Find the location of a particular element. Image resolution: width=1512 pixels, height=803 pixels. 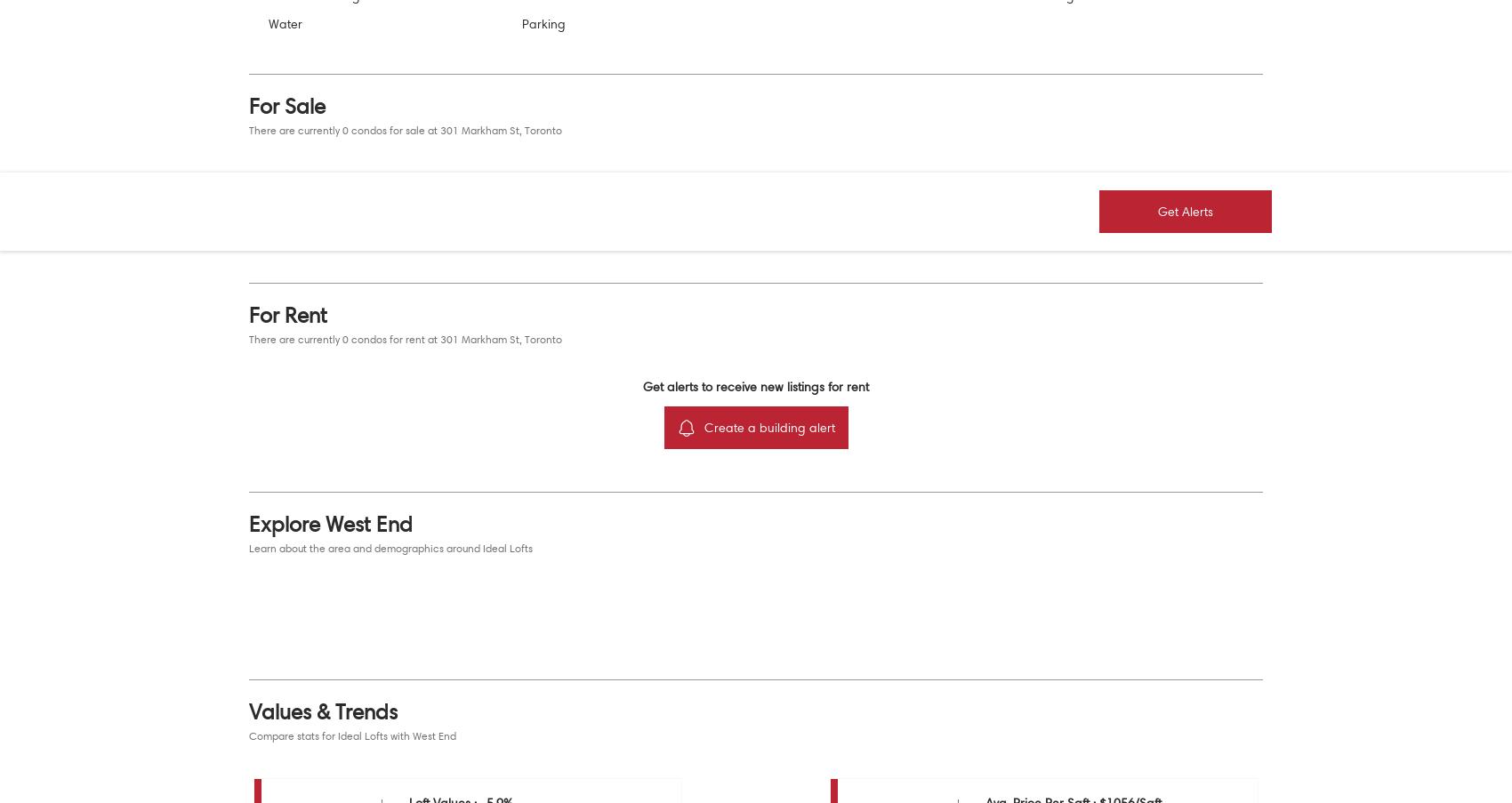

'rent' is located at coordinates (857, 385).